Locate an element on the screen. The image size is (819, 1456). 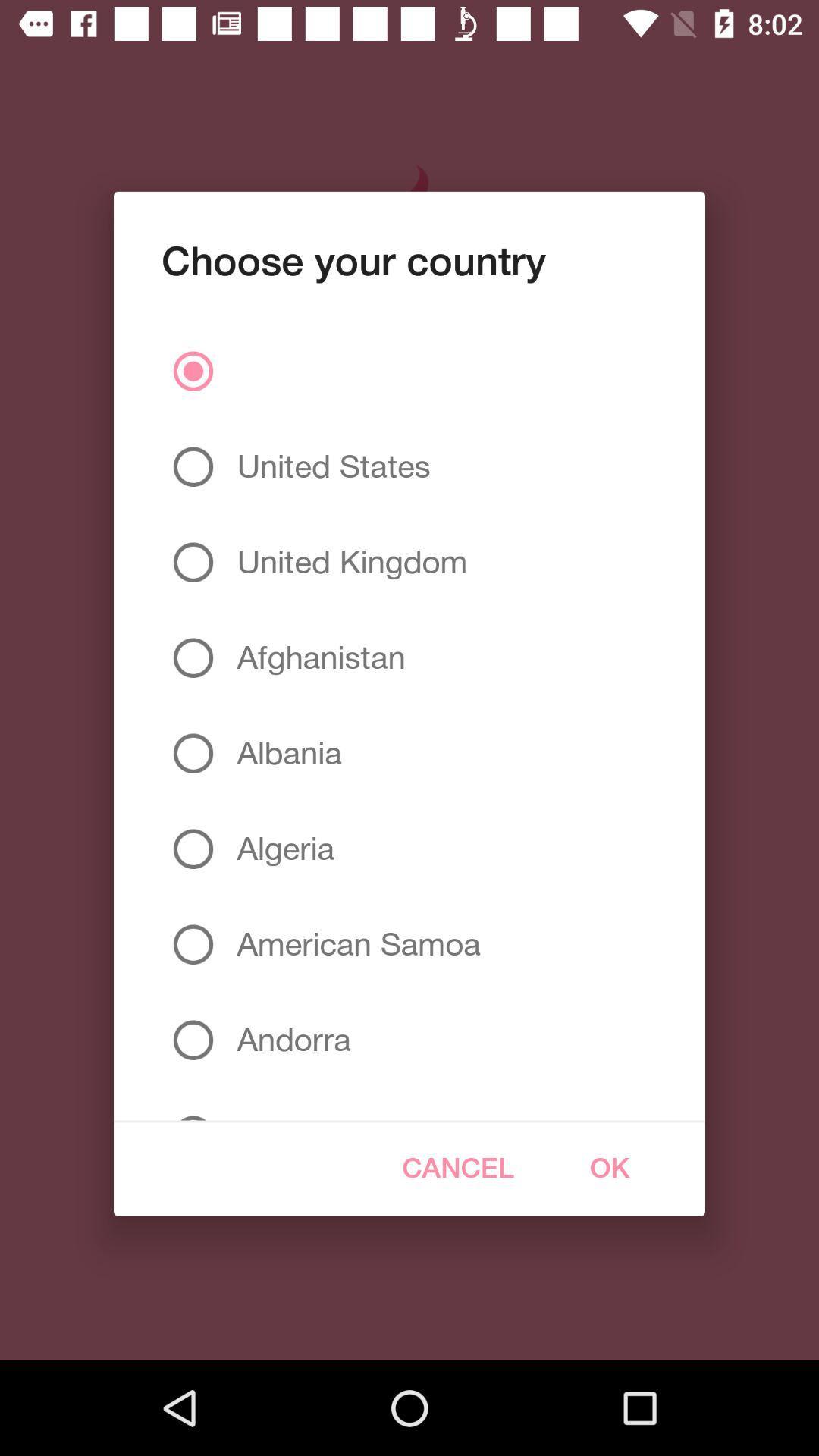
the item next to ok is located at coordinates (457, 1167).